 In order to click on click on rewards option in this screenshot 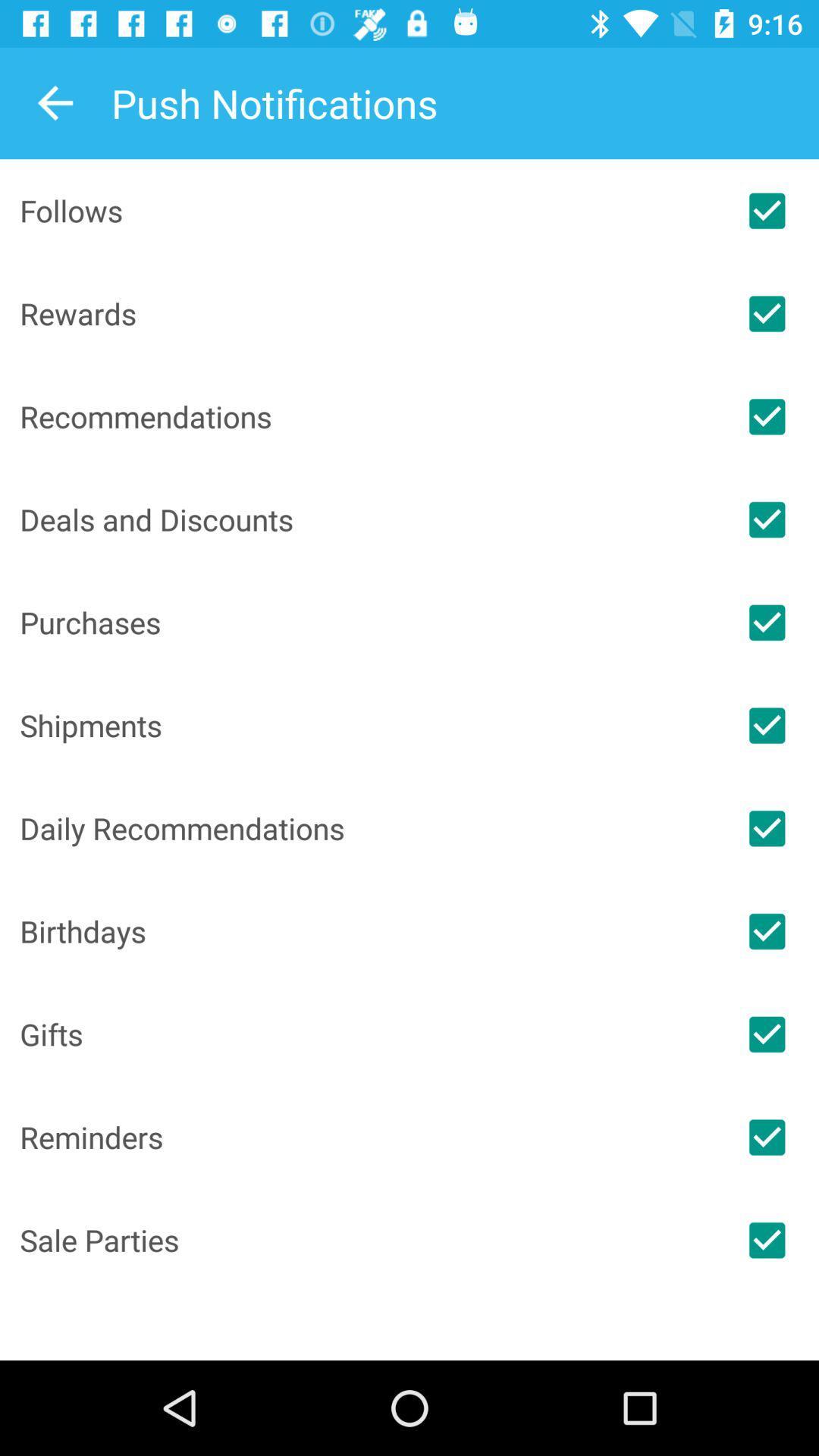, I will do `click(767, 312)`.